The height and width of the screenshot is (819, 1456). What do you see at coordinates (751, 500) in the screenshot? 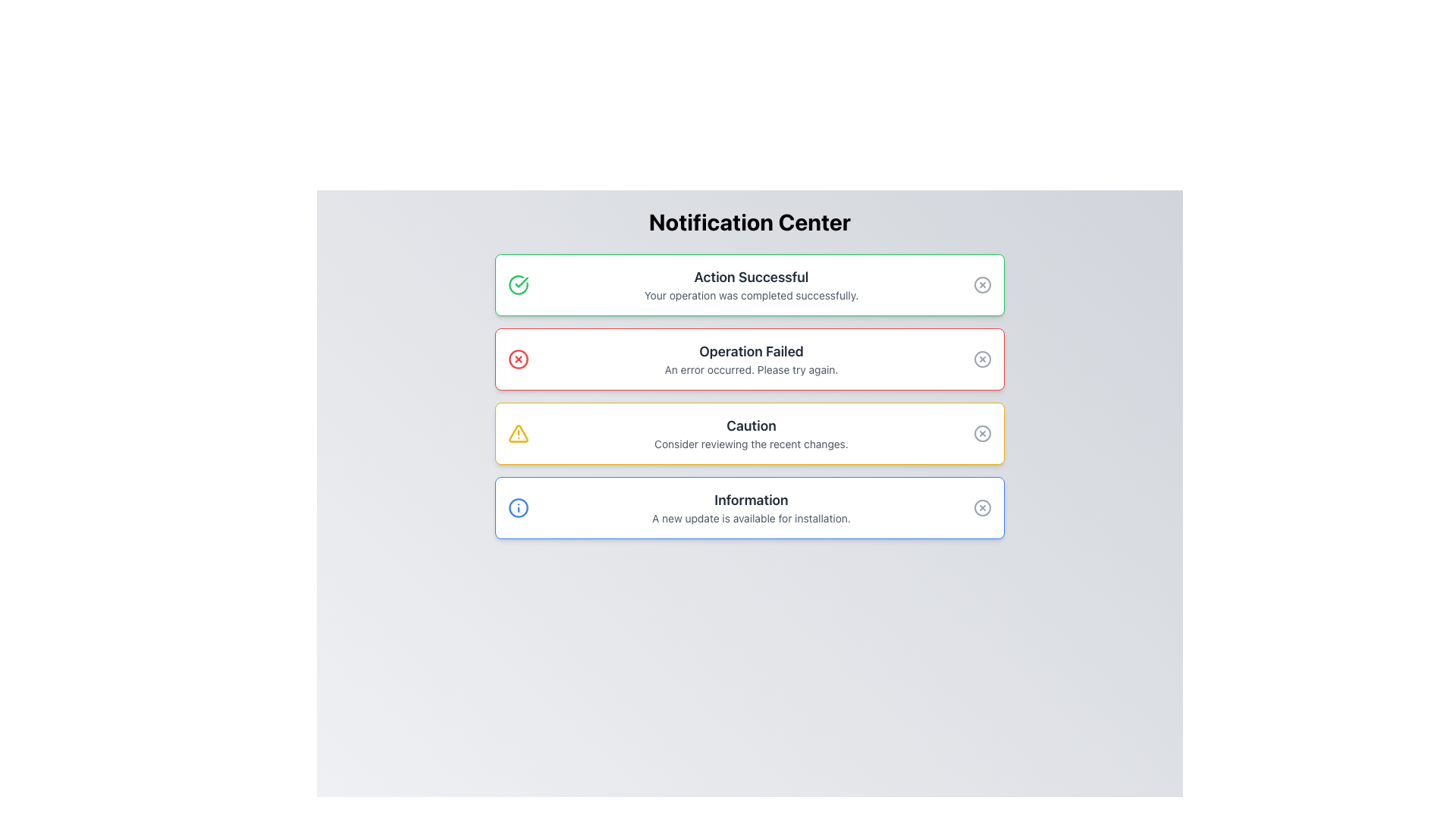
I see `the header text located at the top of the last notification box, which is styled with a blue border and summarizes the type of notification` at bounding box center [751, 500].